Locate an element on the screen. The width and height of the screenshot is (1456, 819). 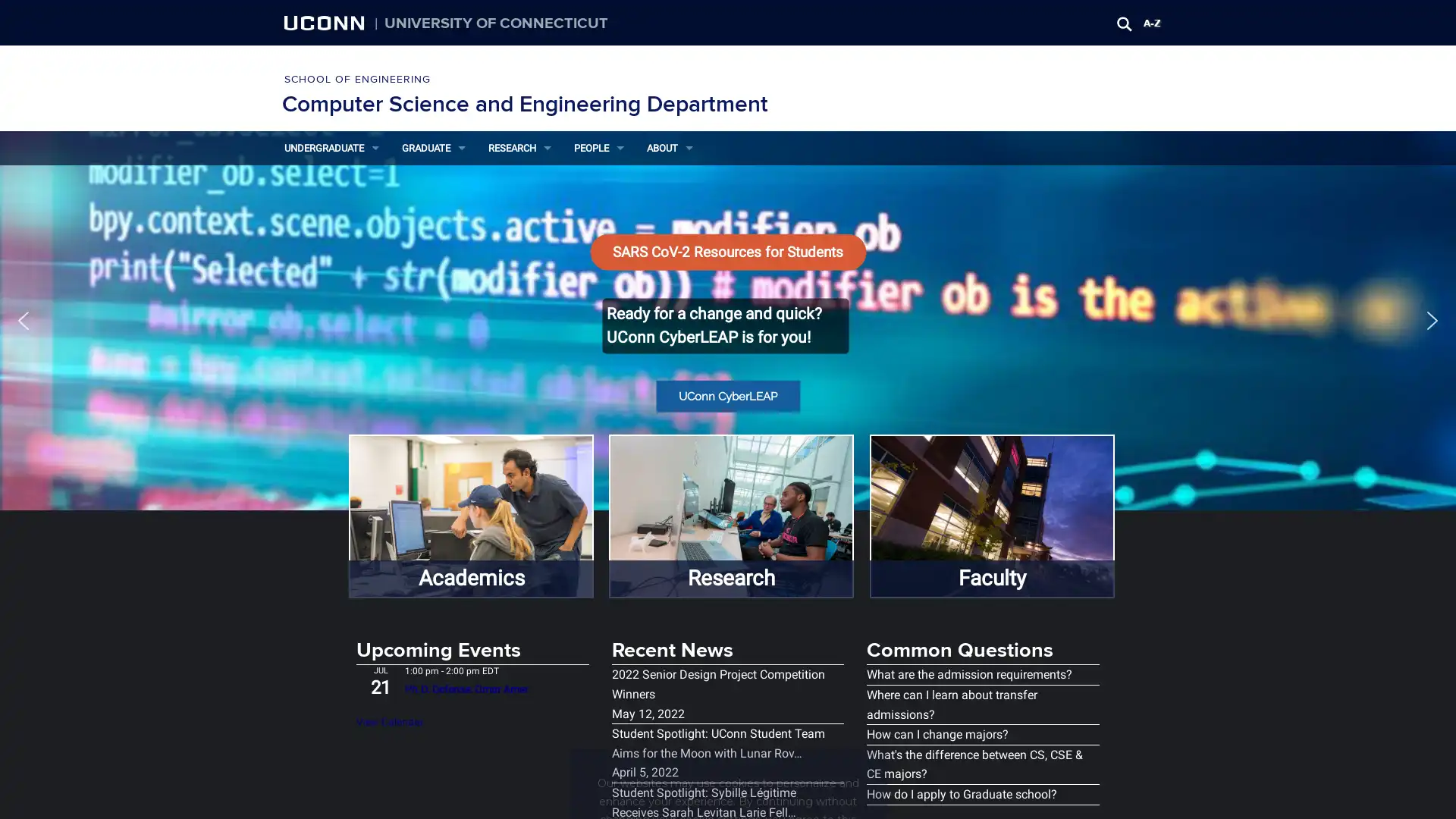
previous arrow is located at coordinates (23, 318).